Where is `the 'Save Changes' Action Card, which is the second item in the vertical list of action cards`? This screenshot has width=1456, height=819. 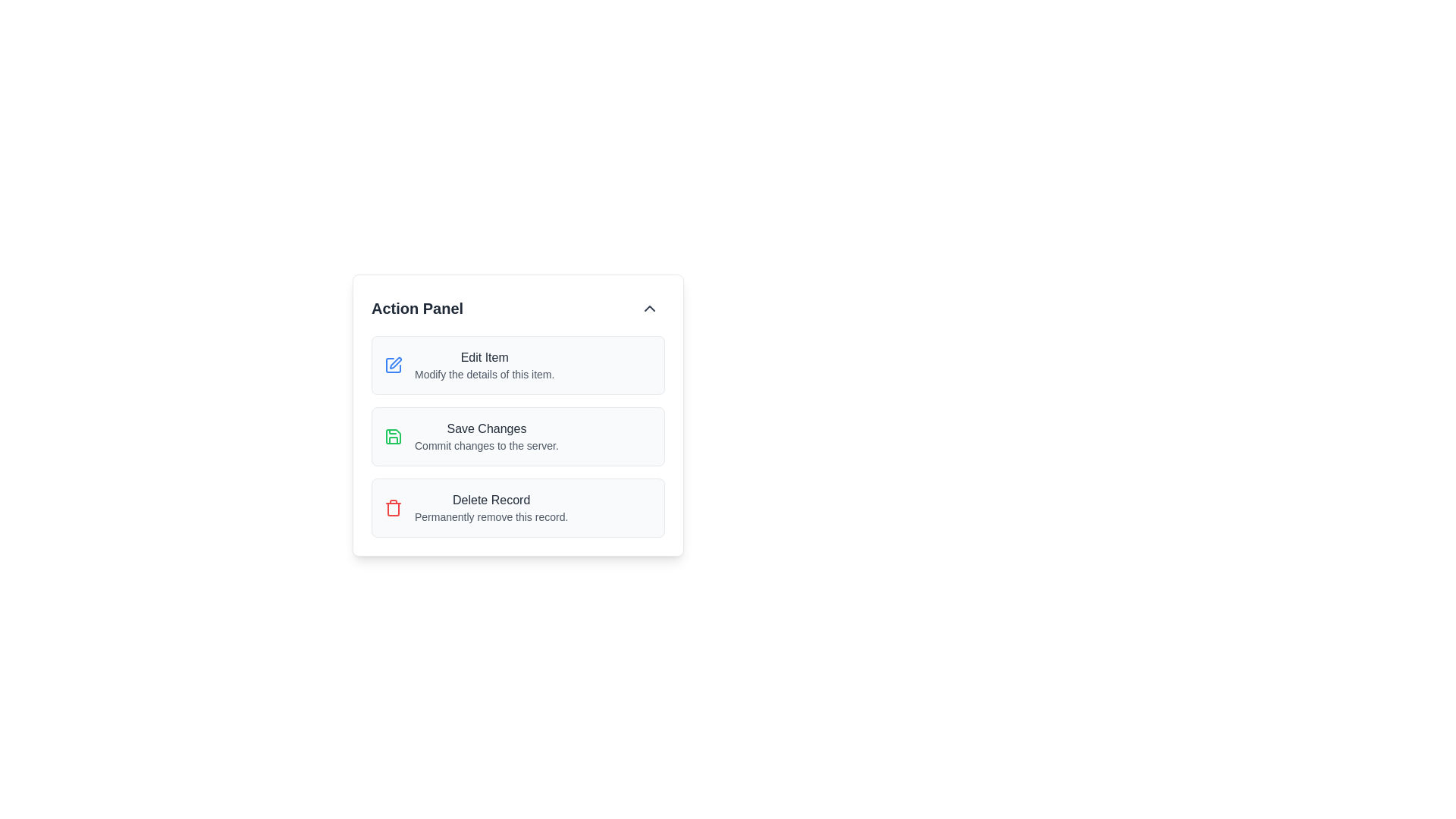
the 'Save Changes' Action Card, which is the second item in the vertical list of action cards is located at coordinates (518, 436).